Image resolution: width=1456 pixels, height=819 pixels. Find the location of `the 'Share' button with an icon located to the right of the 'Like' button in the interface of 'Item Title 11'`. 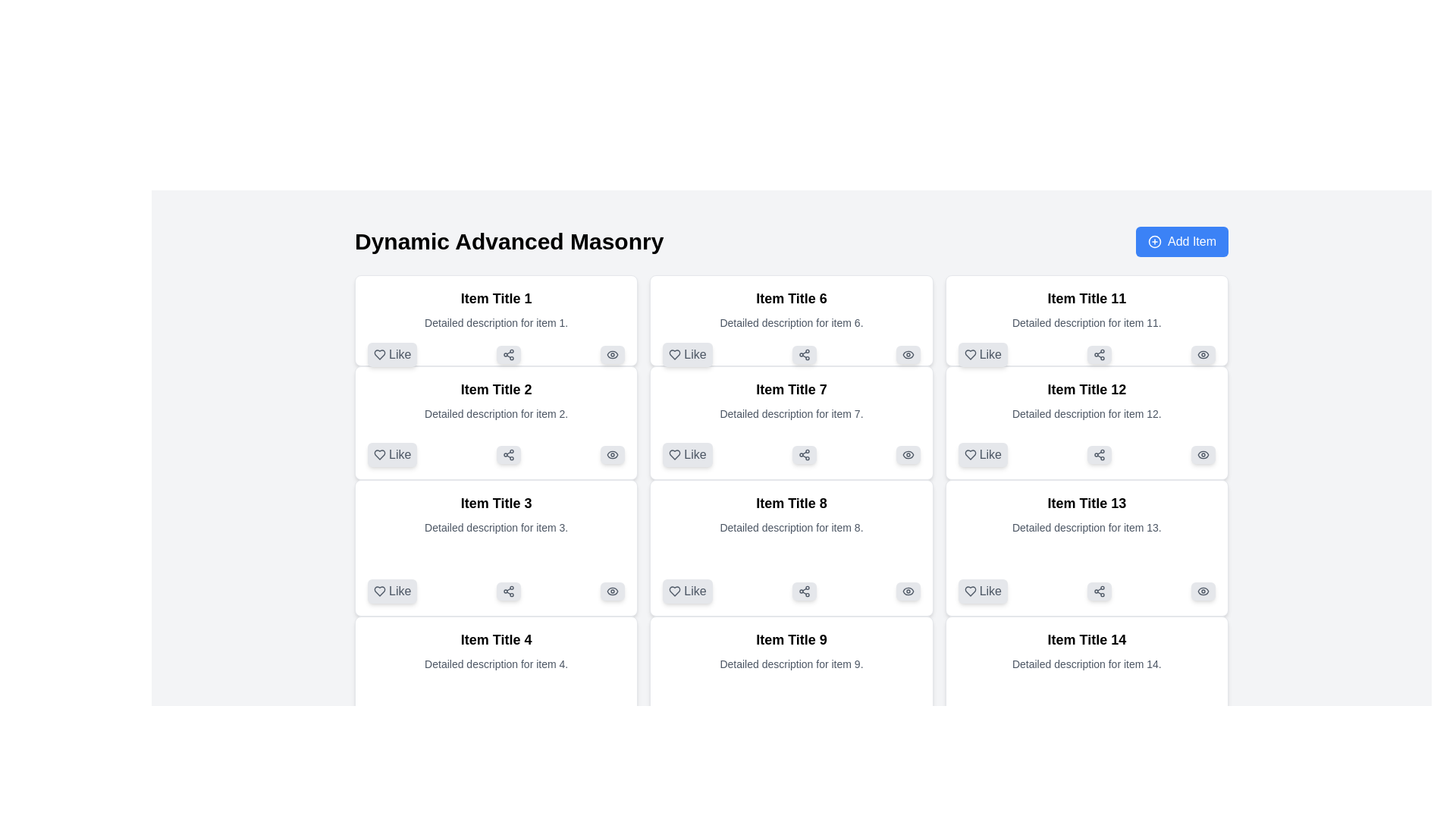

the 'Share' button with an icon located to the right of the 'Like' button in the interface of 'Item Title 11' is located at coordinates (1099, 354).